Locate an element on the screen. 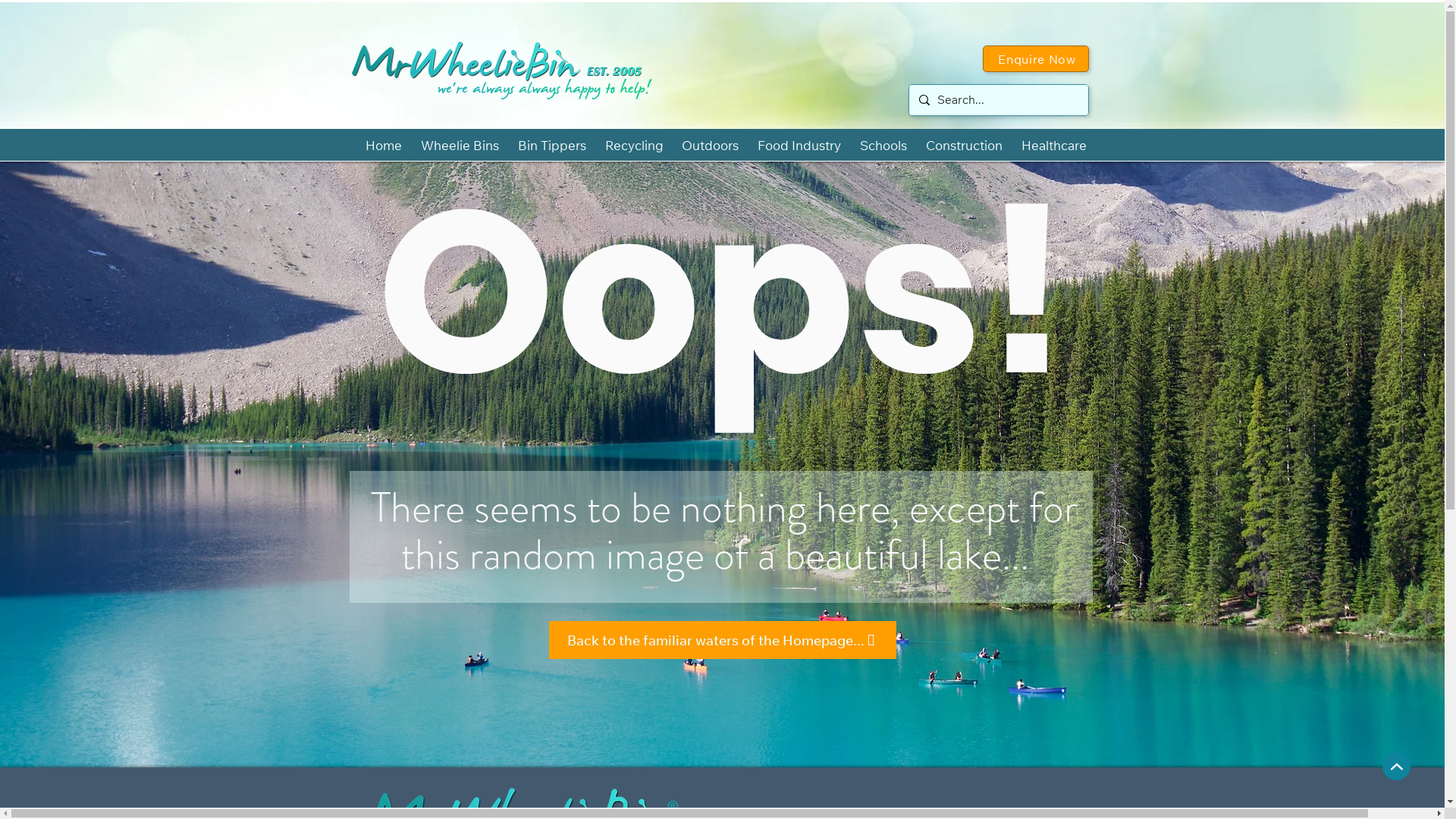  'Schools' is located at coordinates (883, 145).